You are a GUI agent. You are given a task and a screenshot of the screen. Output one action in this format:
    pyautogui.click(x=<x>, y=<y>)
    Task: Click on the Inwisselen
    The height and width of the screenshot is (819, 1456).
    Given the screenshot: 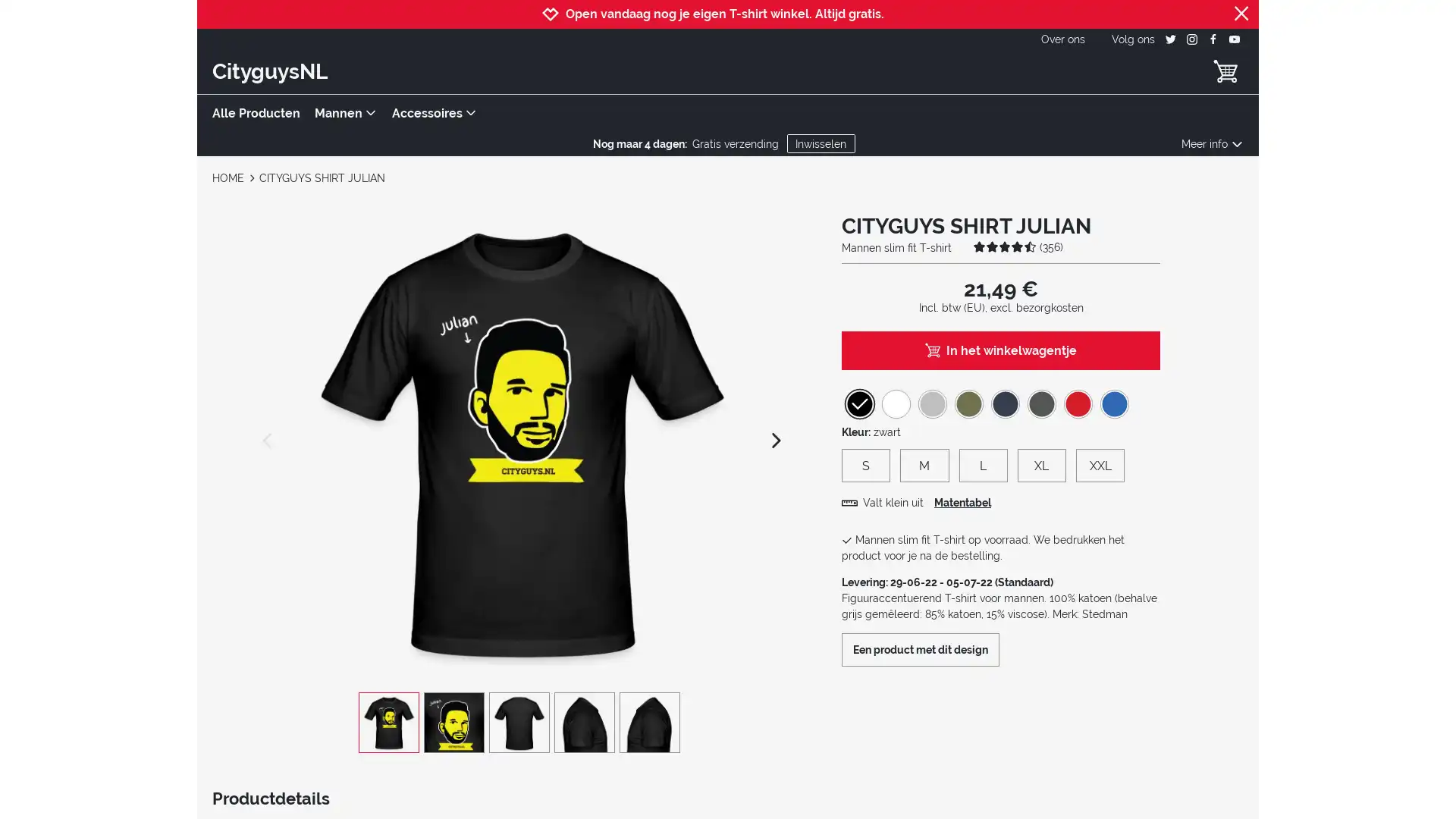 What is the action you would take?
    pyautogui.click(x=819, y=143)
    